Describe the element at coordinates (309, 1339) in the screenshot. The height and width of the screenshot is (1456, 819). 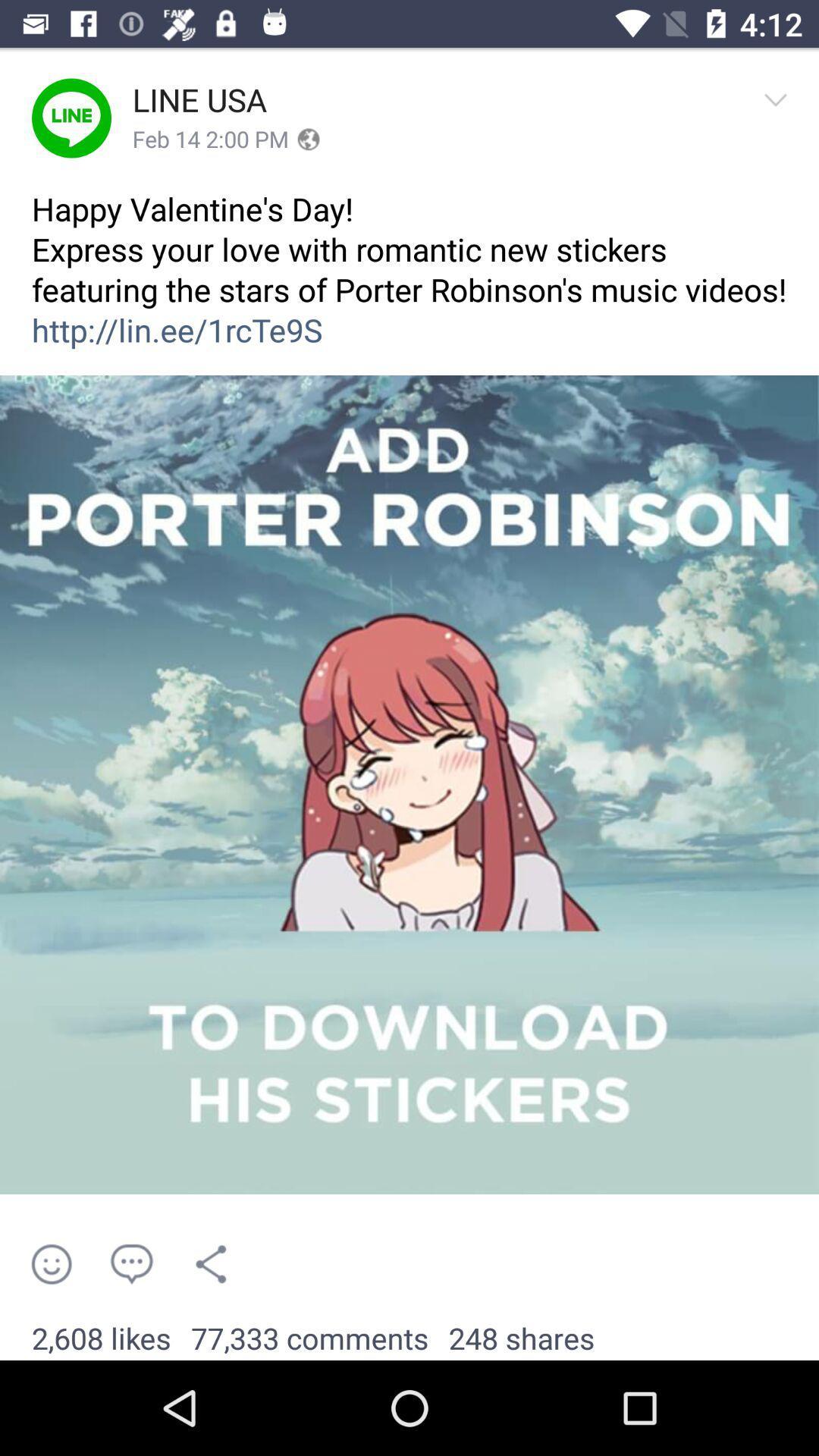
I see `the 77,333 comments app` at that location.